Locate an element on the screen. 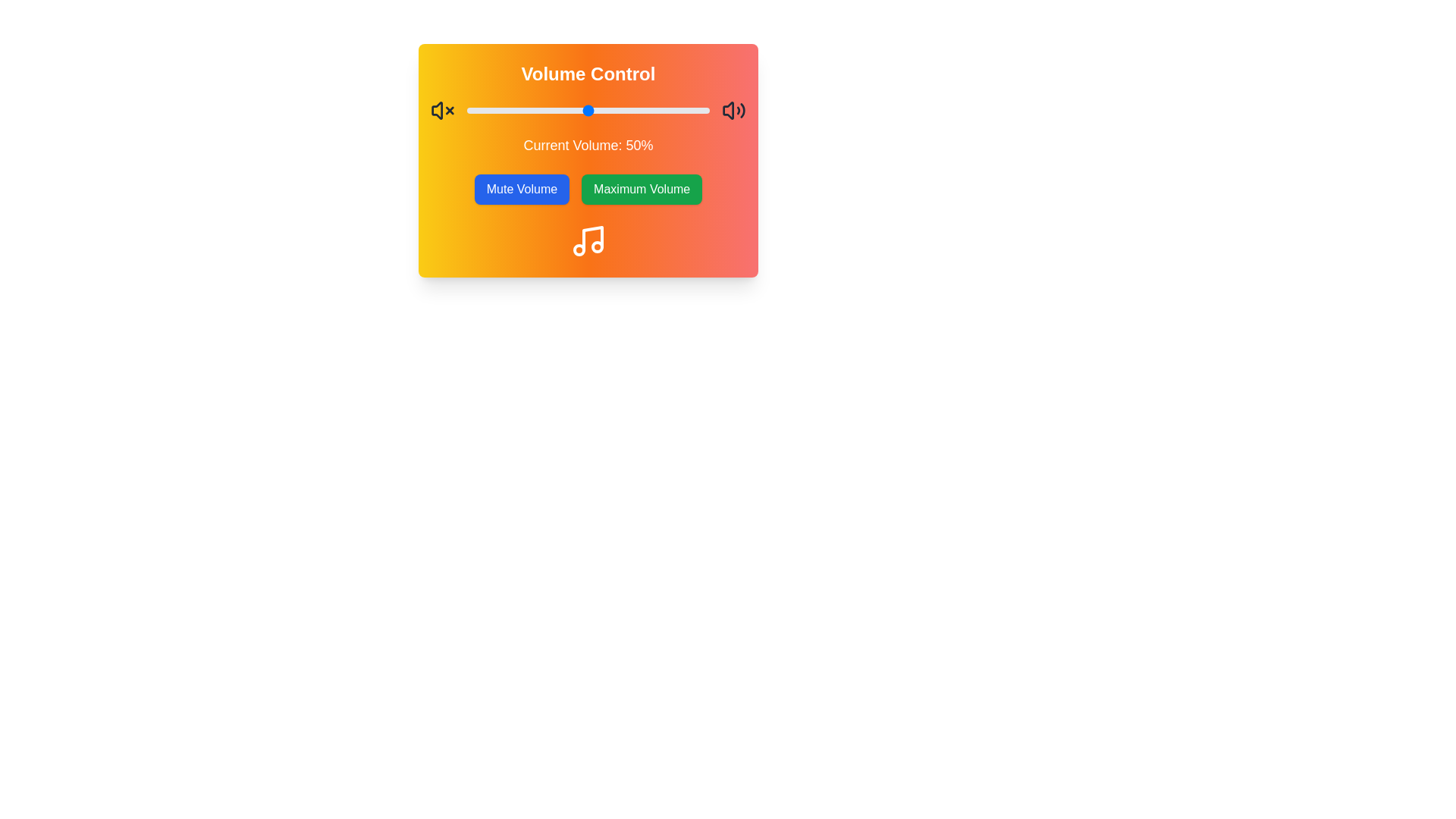  the 'Maximum Volume' button to set the volume to its maximum level is located at coordinates (641, 189).